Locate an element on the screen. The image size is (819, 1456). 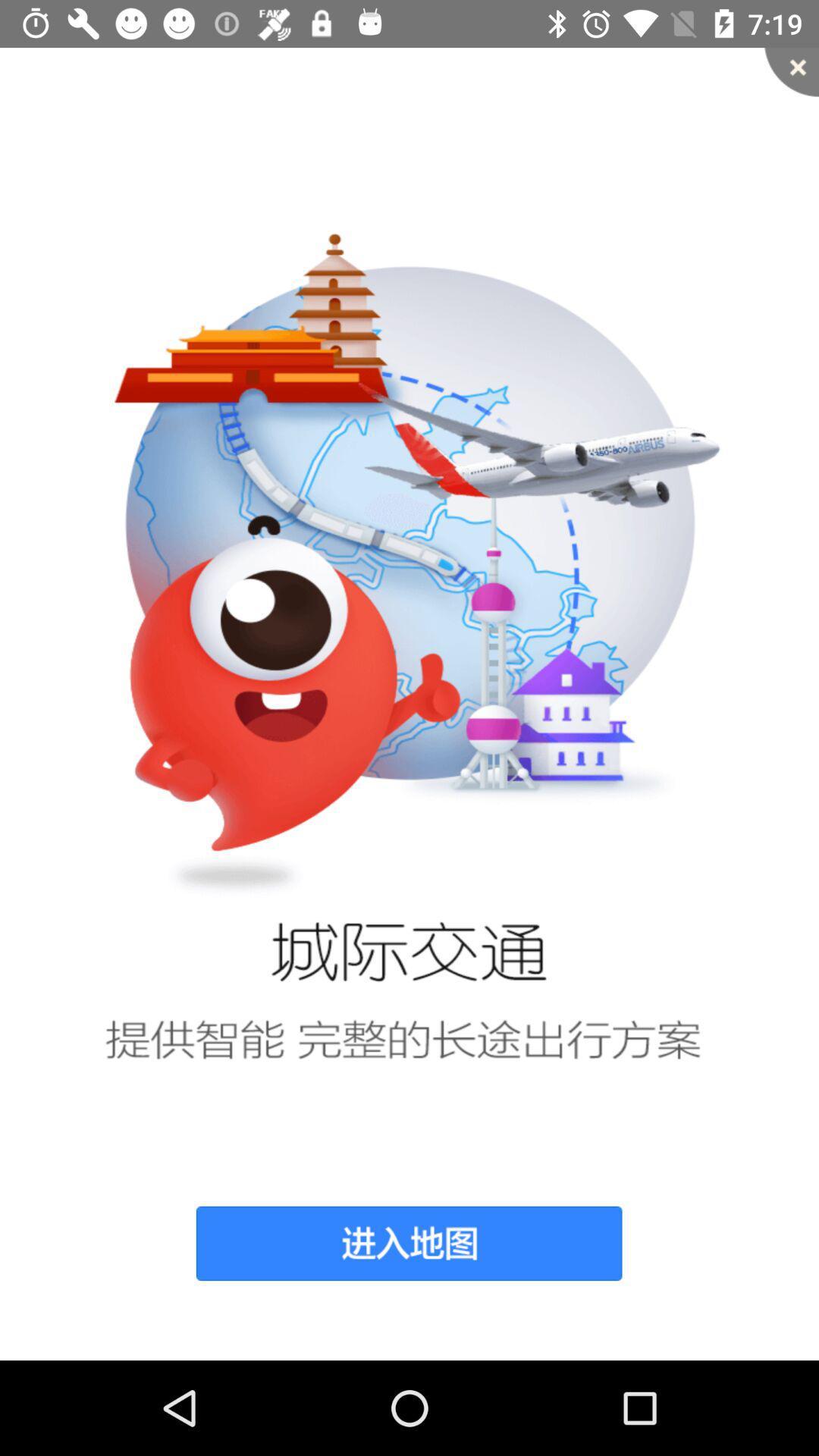
item at the top right corner is located at coordinates (791, 71).